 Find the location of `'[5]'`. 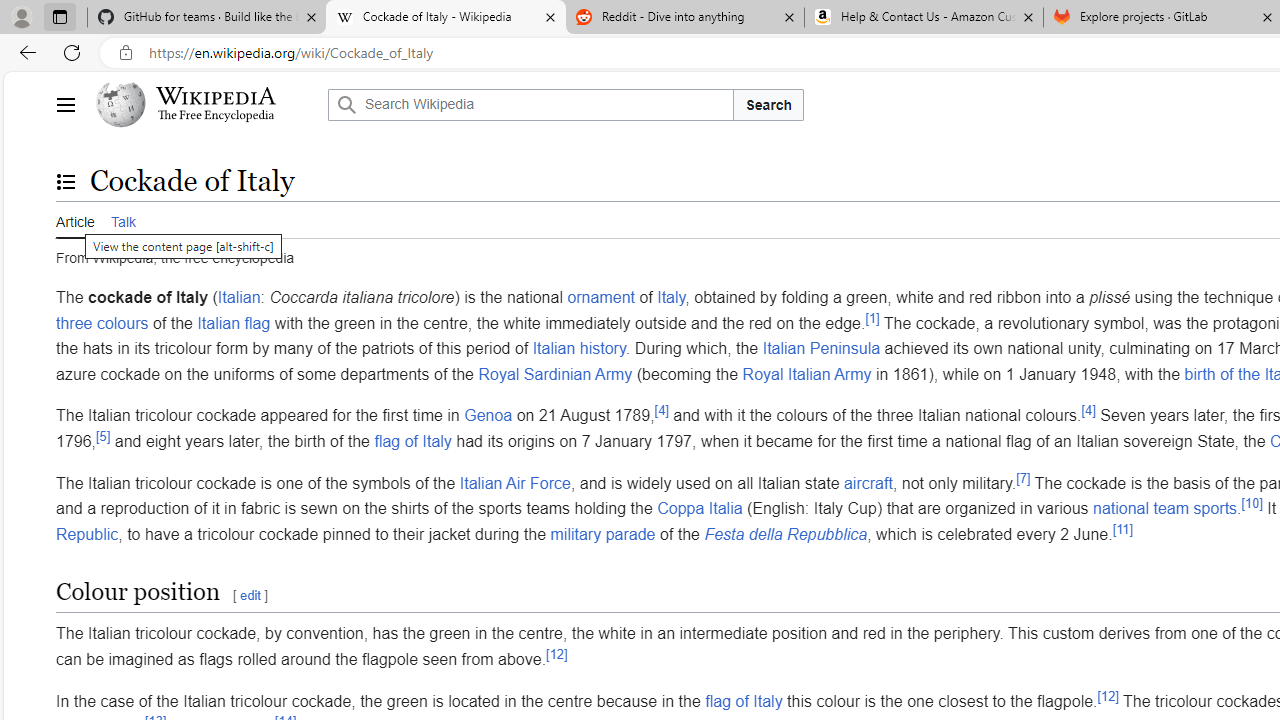

'[5]' is located at coordinates (102, 434).